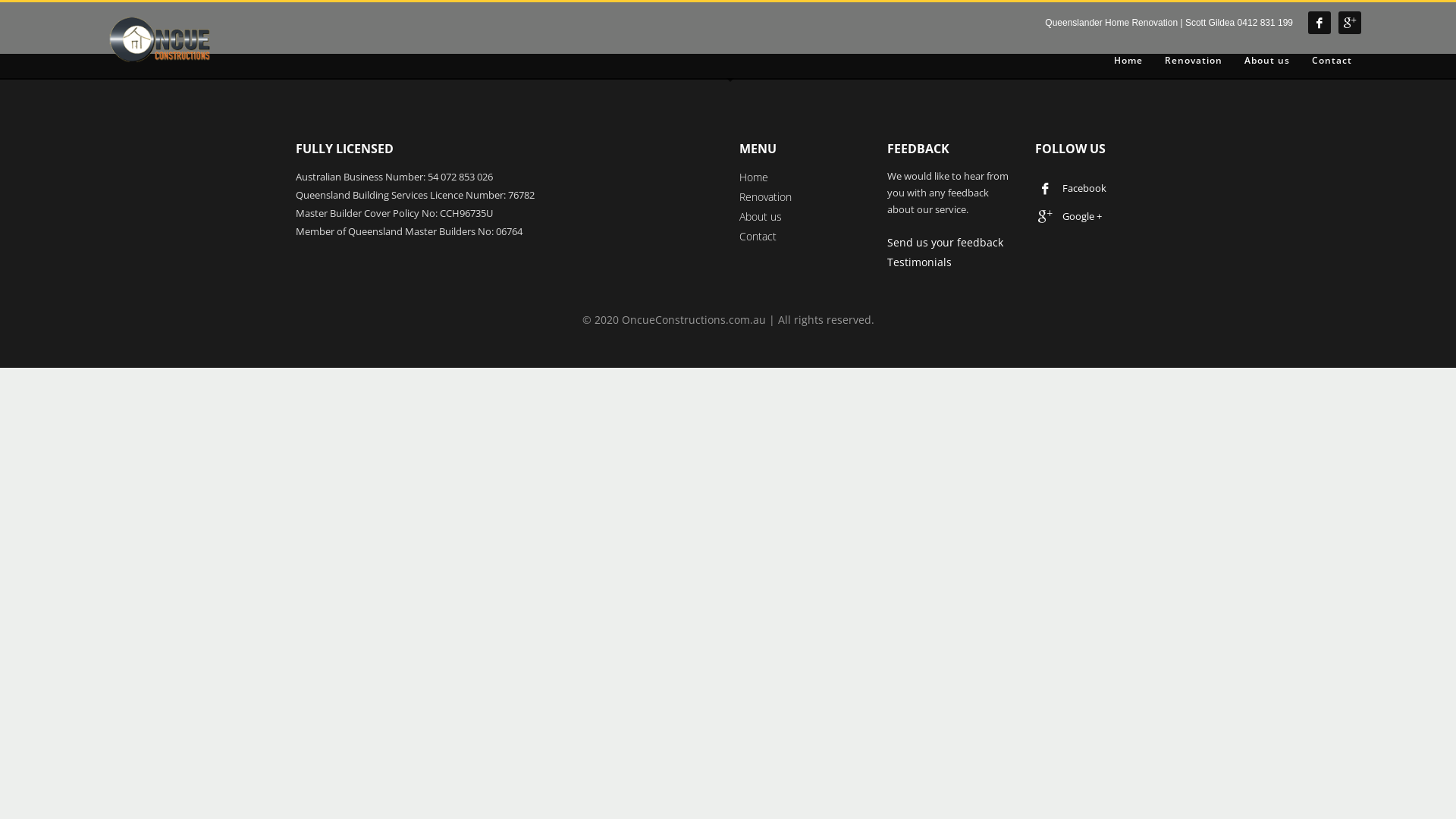  I want to click on 'Facebook', so click(1071, 186).